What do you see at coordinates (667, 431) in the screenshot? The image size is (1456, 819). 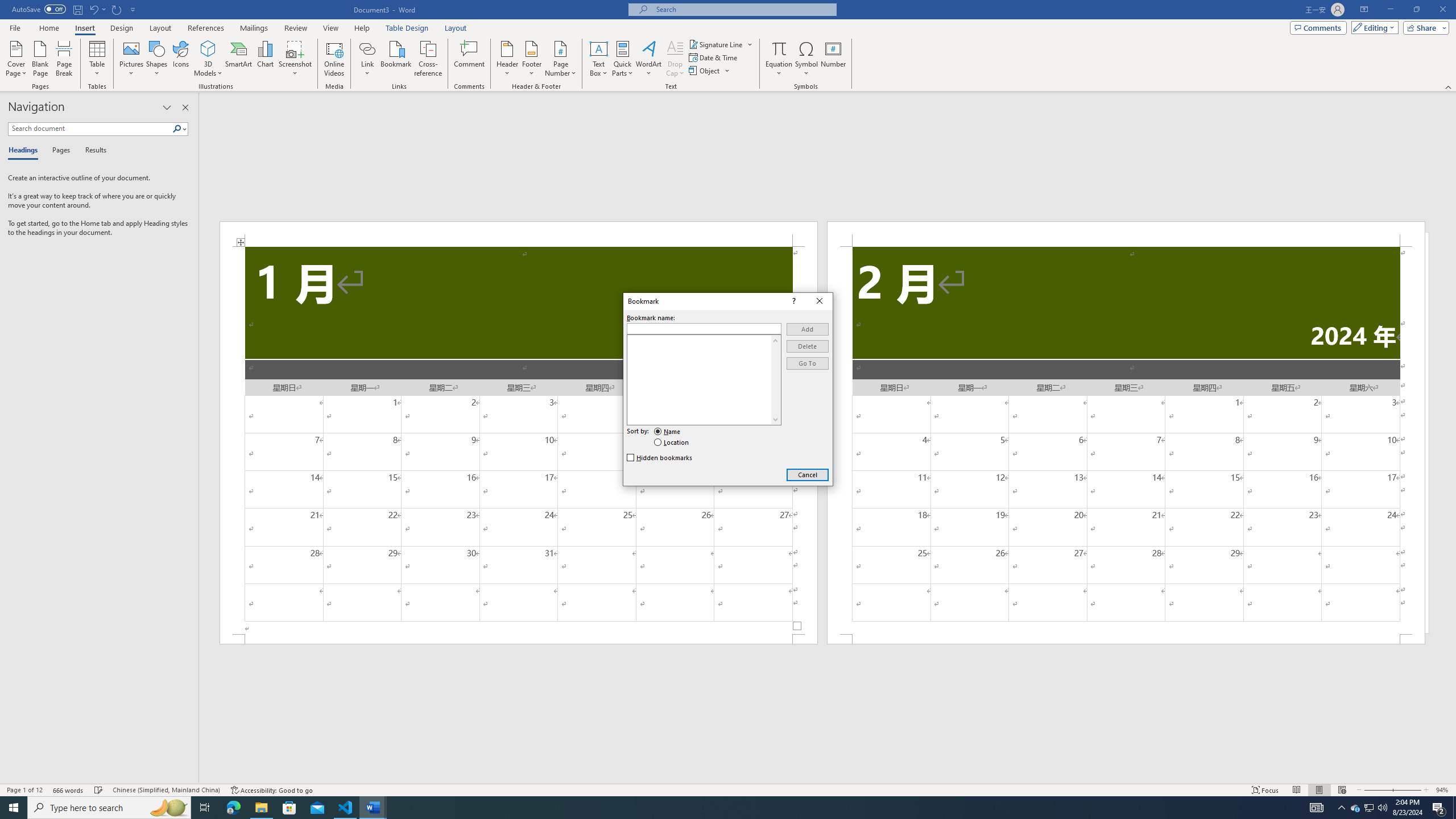 I see `'Name'` at bounding box center [667, 431].